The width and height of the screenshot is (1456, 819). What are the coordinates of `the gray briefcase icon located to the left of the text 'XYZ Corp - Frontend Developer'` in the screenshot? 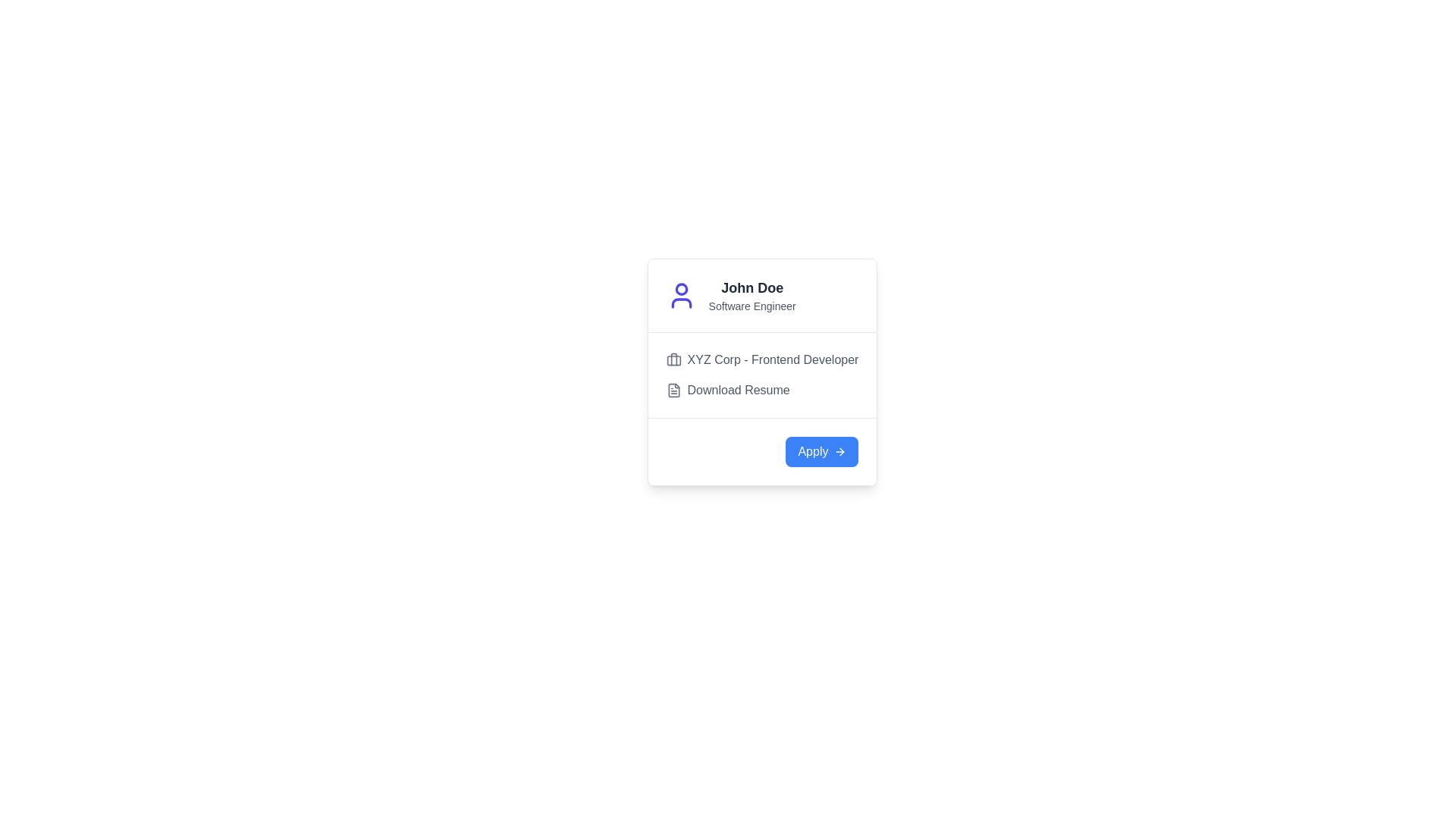 It's located at (673, 359).